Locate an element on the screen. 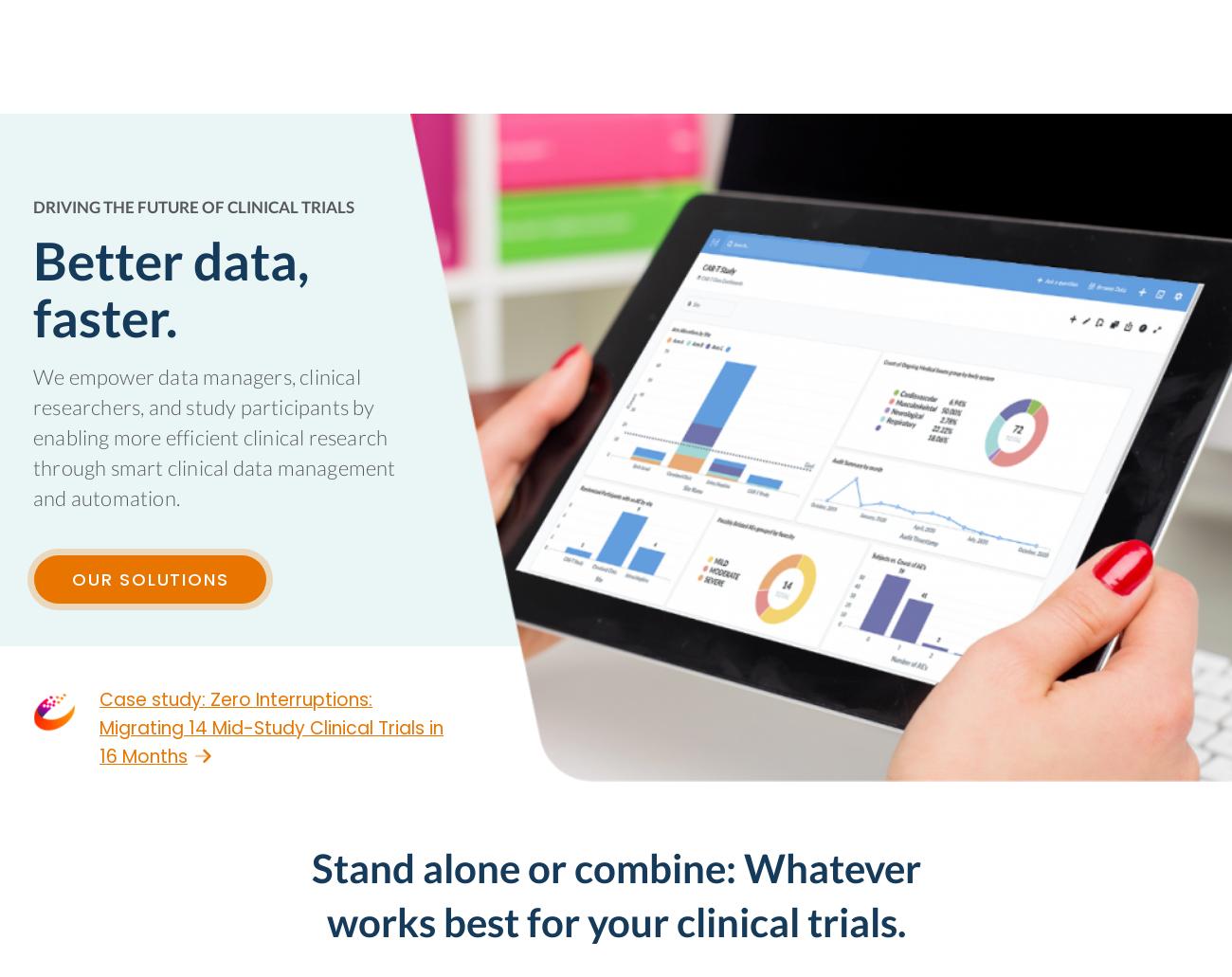  'Last Name' is located at coordinates (361, 656).